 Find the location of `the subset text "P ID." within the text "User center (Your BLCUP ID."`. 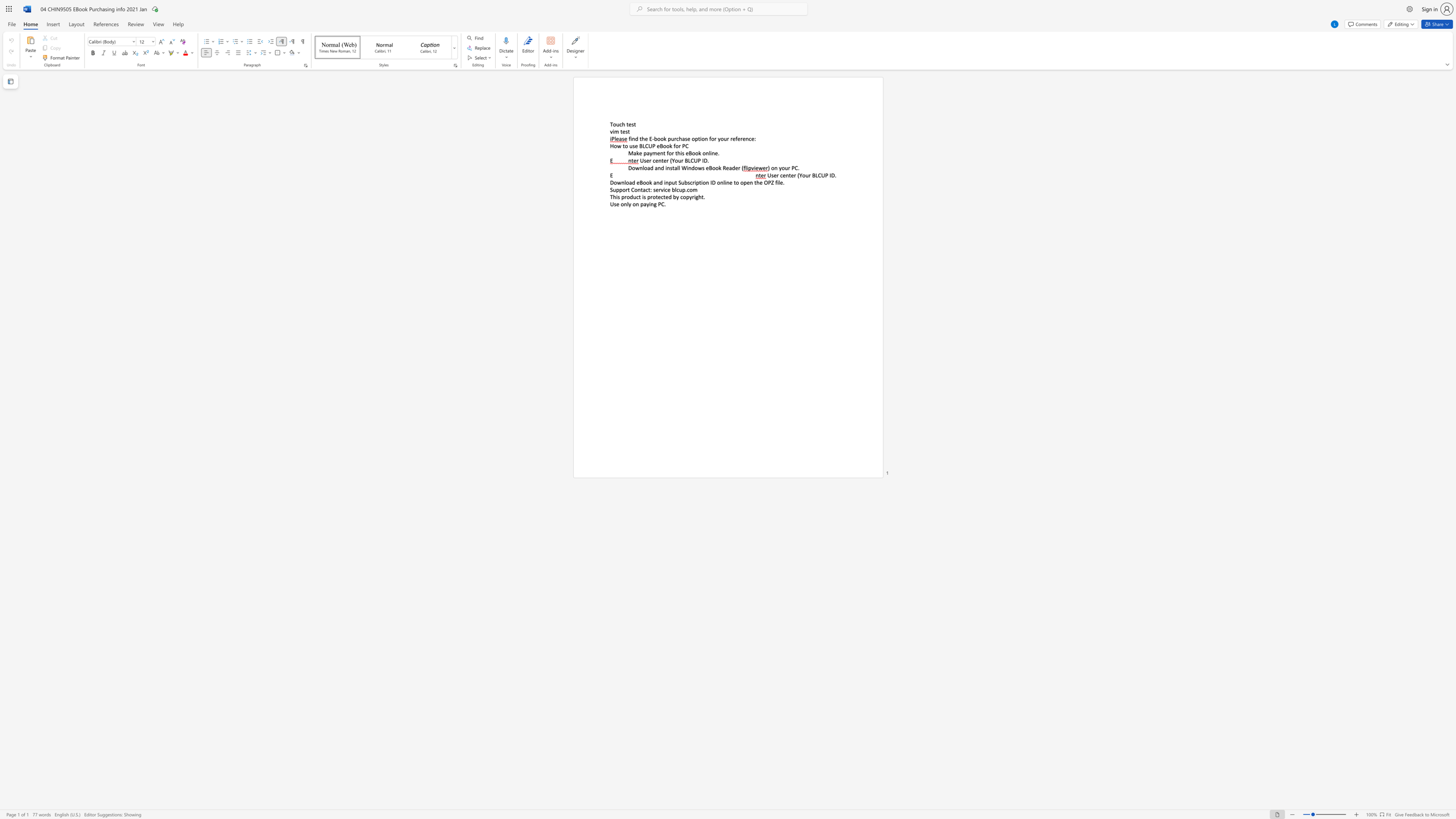

the subset text "P ID." within the text "User center (Your BLCUP ID." is located at coordinates (697, 160).